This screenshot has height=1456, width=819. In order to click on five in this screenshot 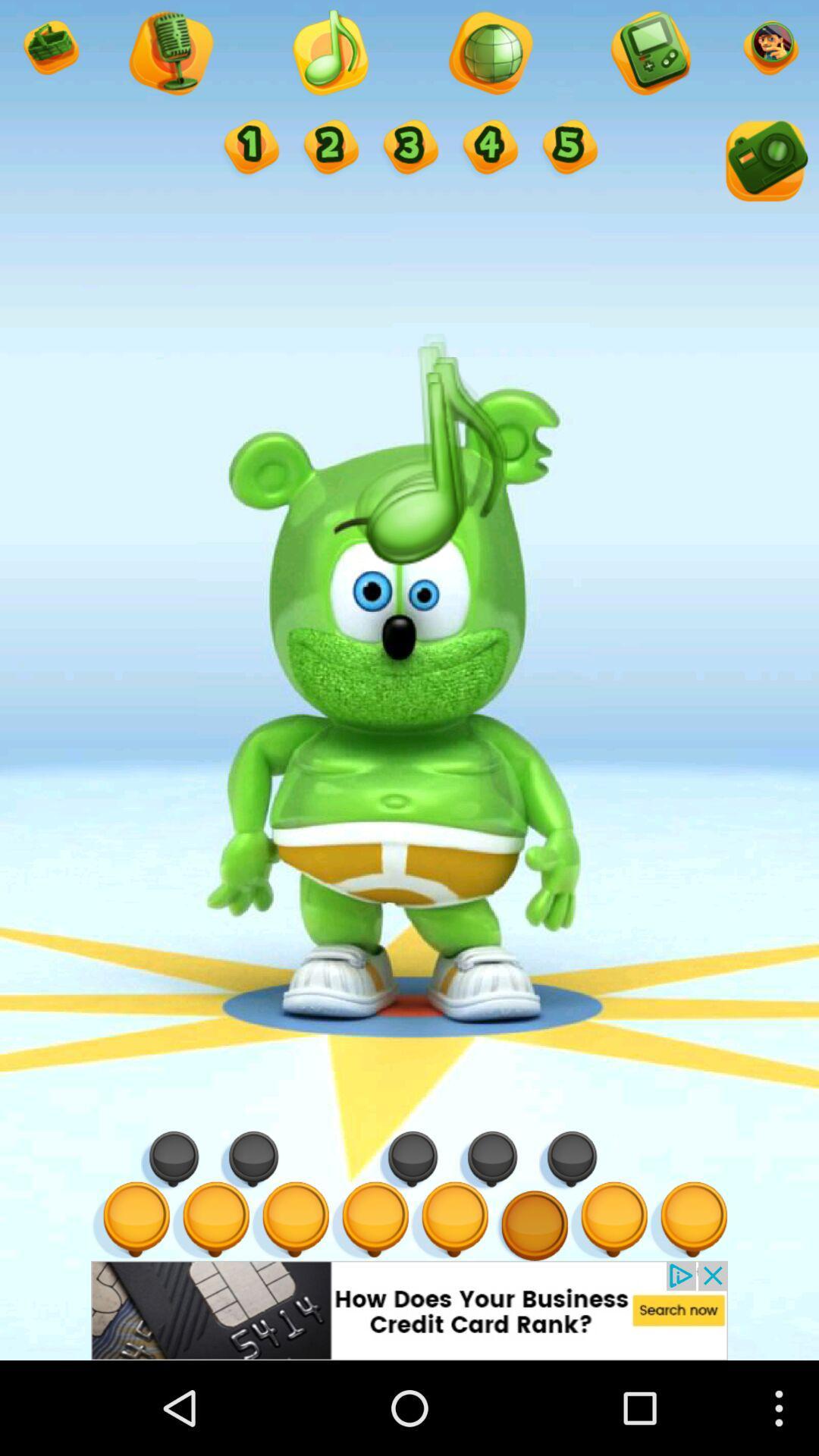, I will do `click(568, 149)`.